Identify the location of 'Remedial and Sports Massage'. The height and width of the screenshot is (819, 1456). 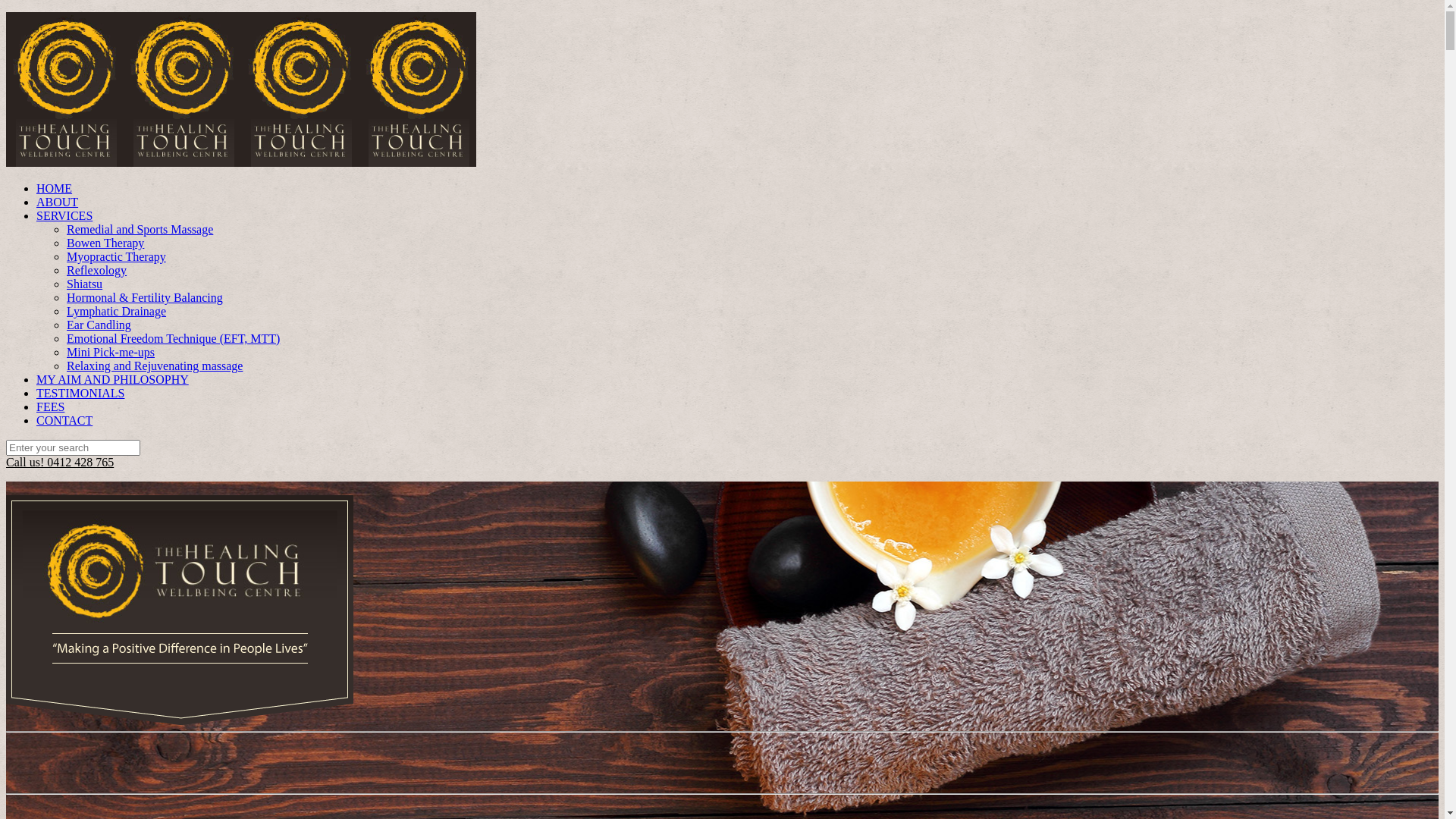
(140, 229).